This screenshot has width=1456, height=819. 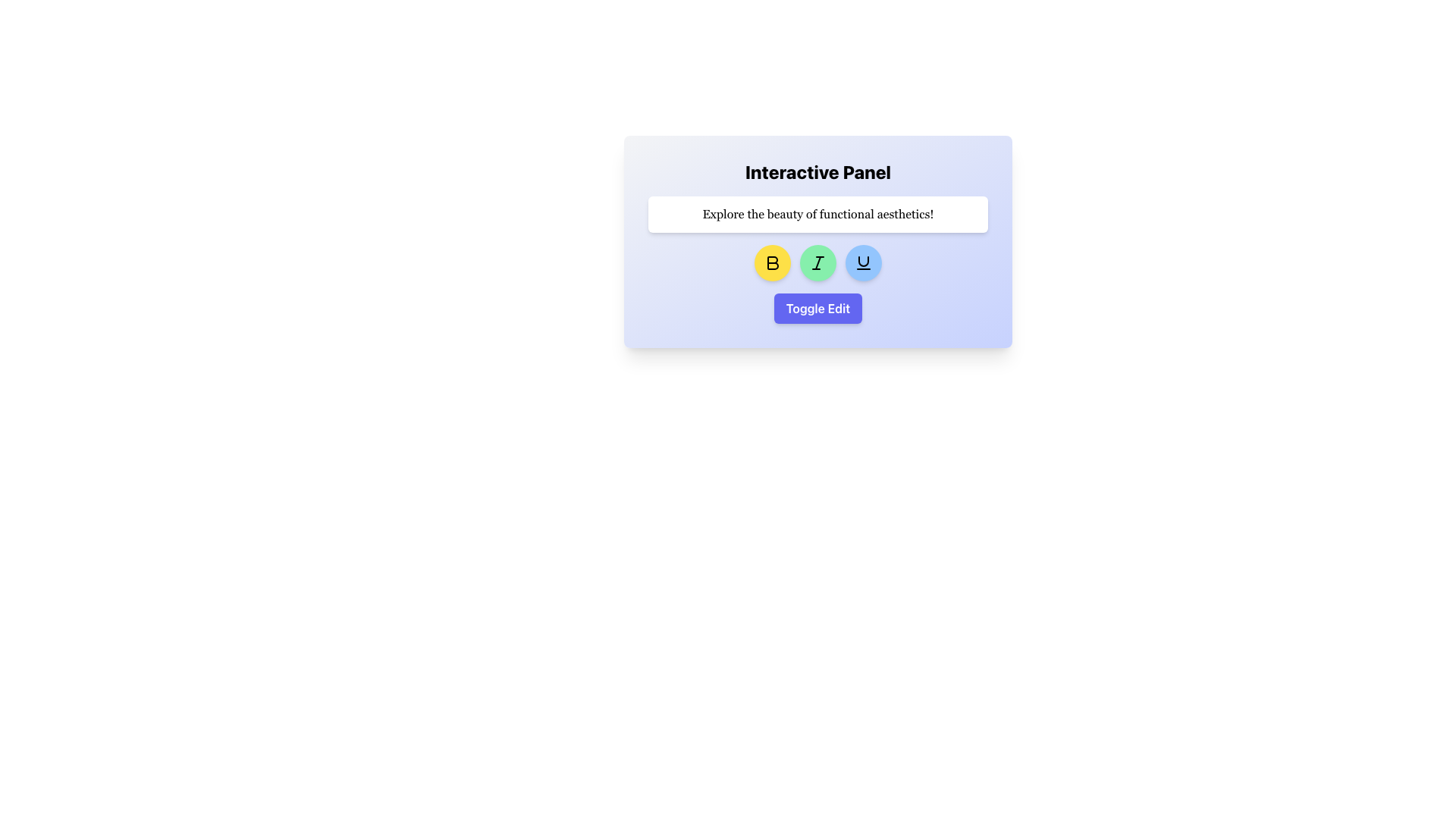 What do you see at coordinates (863, 262) in the screenshot?
I see `the circular button with a light blue background and an underlined 'U' icon` at bounding box center [863, 262].